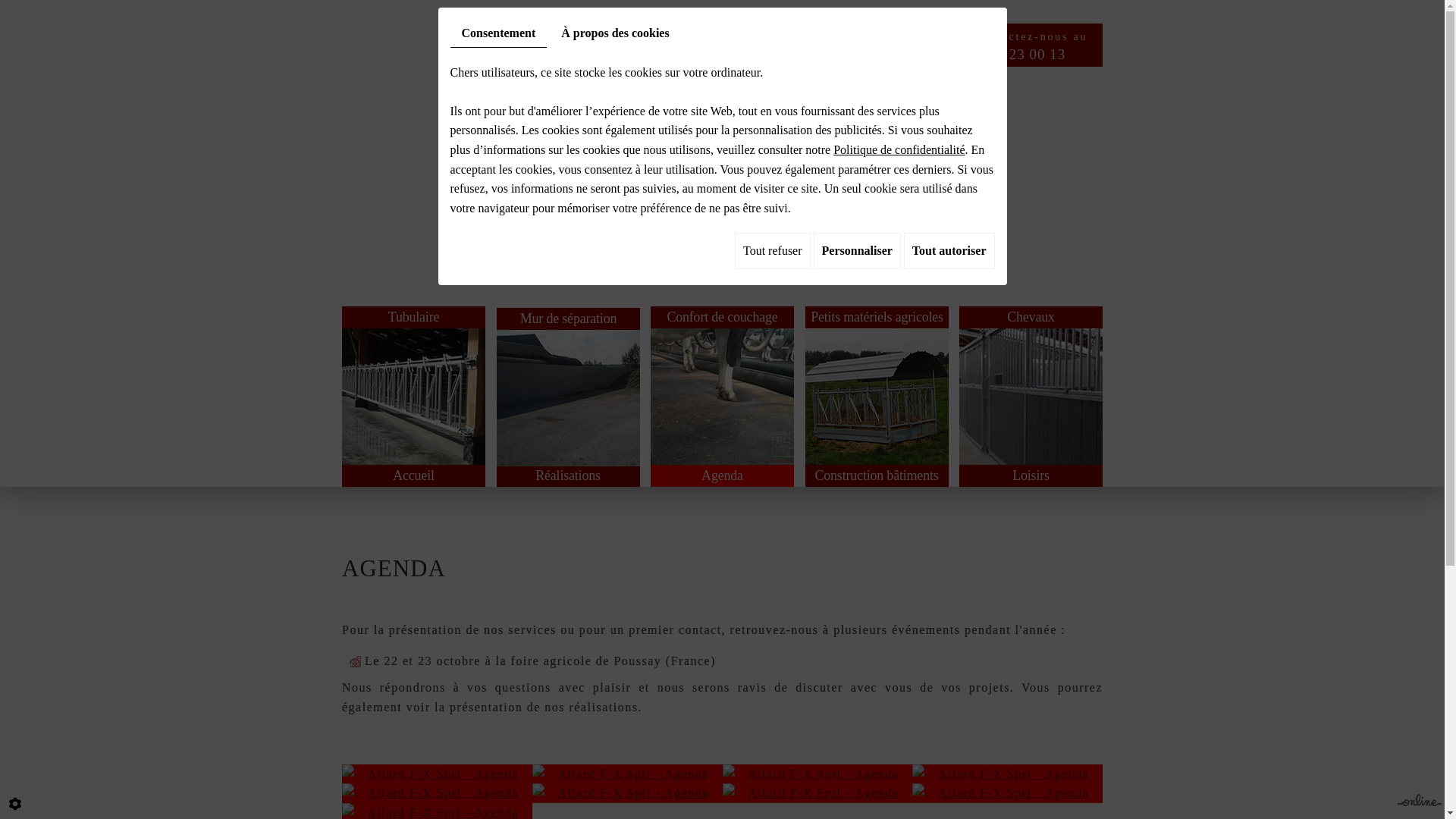 The image size is (1456, 819). Describe the element at coordinates (651, 384) in the screenshot. I see `'Confort de couchage'` at that location.